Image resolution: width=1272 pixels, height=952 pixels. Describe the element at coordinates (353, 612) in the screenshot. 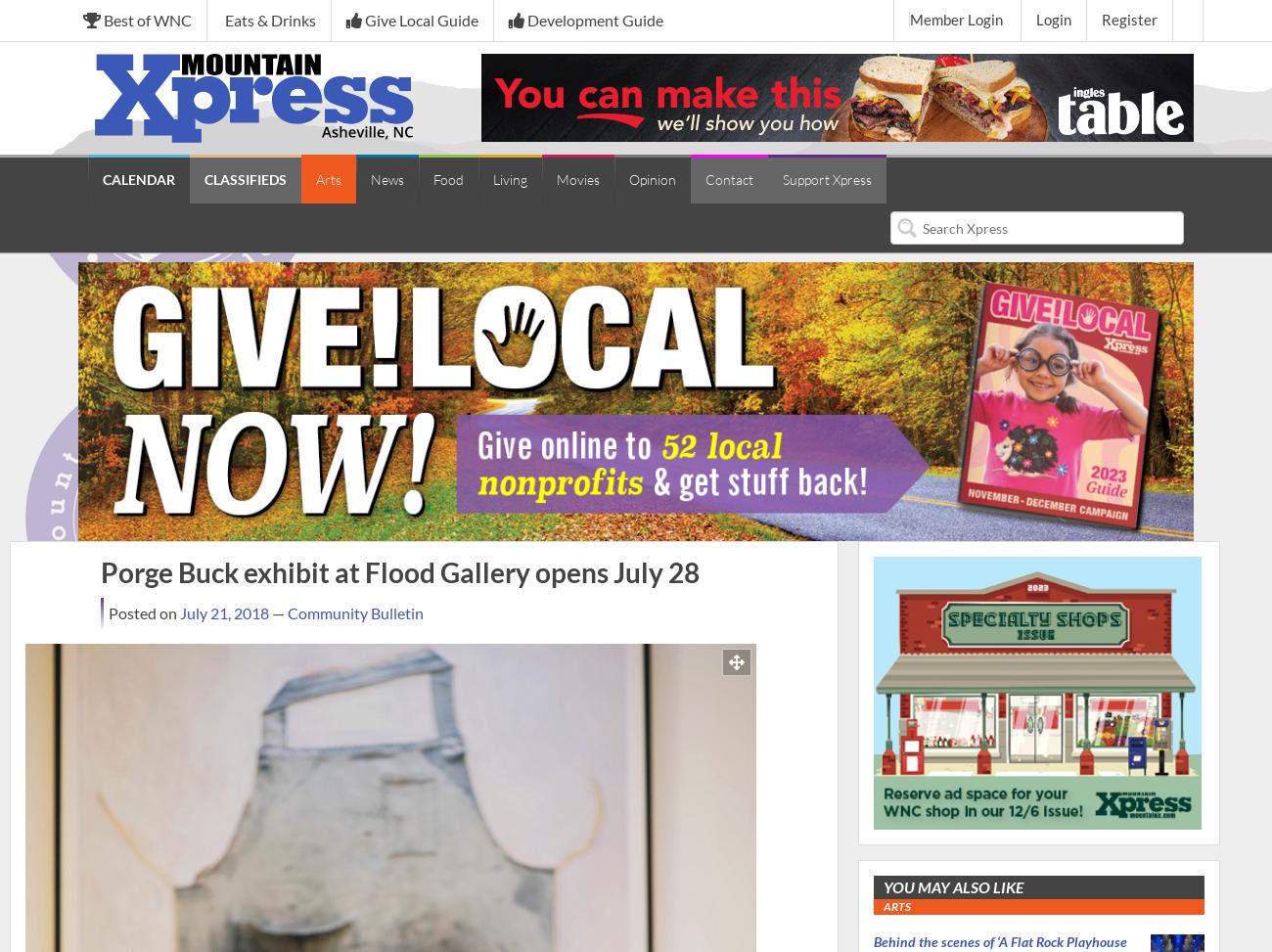

I see `'Community Bulletin'` at that location.